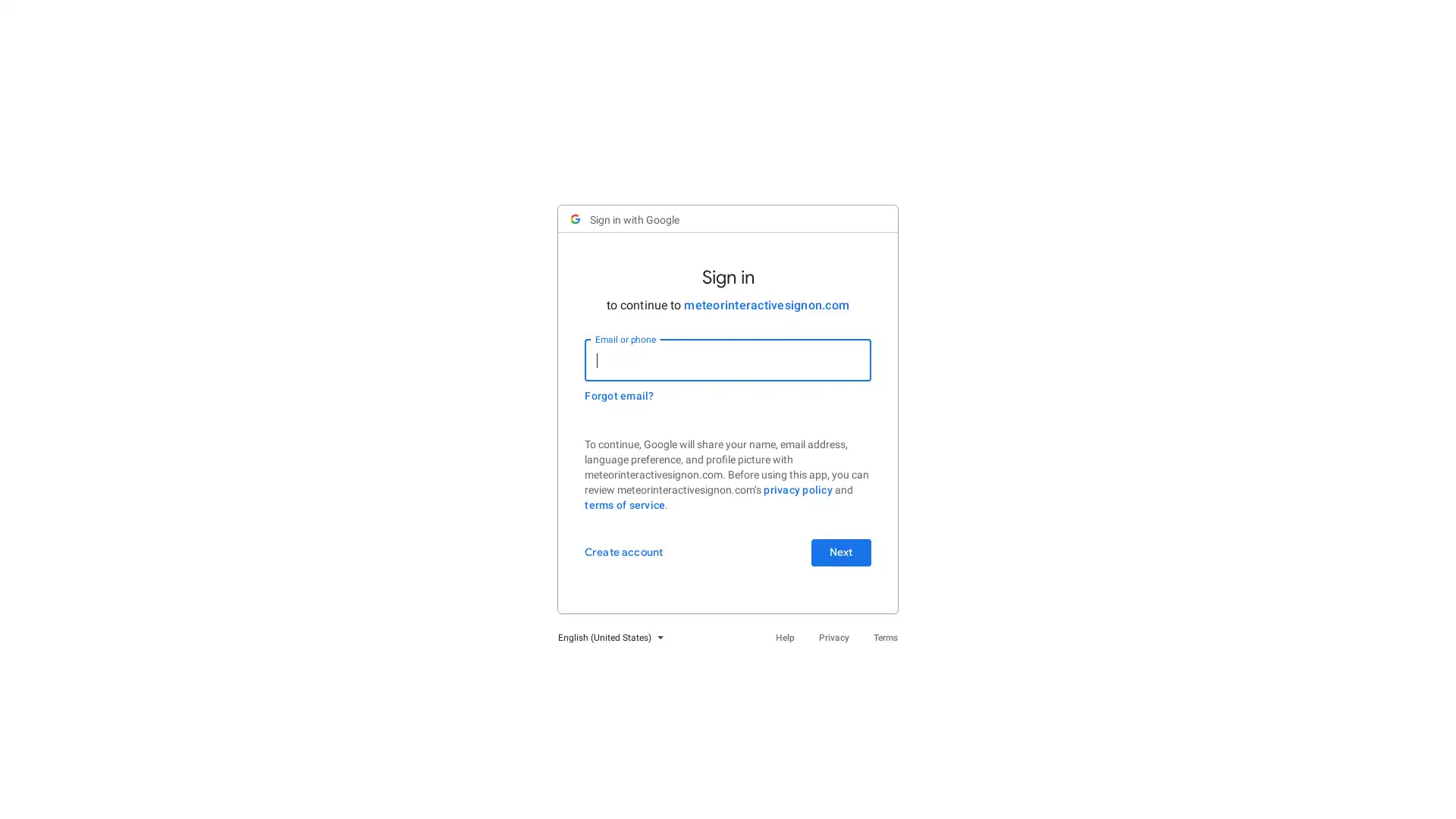 This screenshot has height=819, width=1456. I want to click on Create account, so click(627, 555).